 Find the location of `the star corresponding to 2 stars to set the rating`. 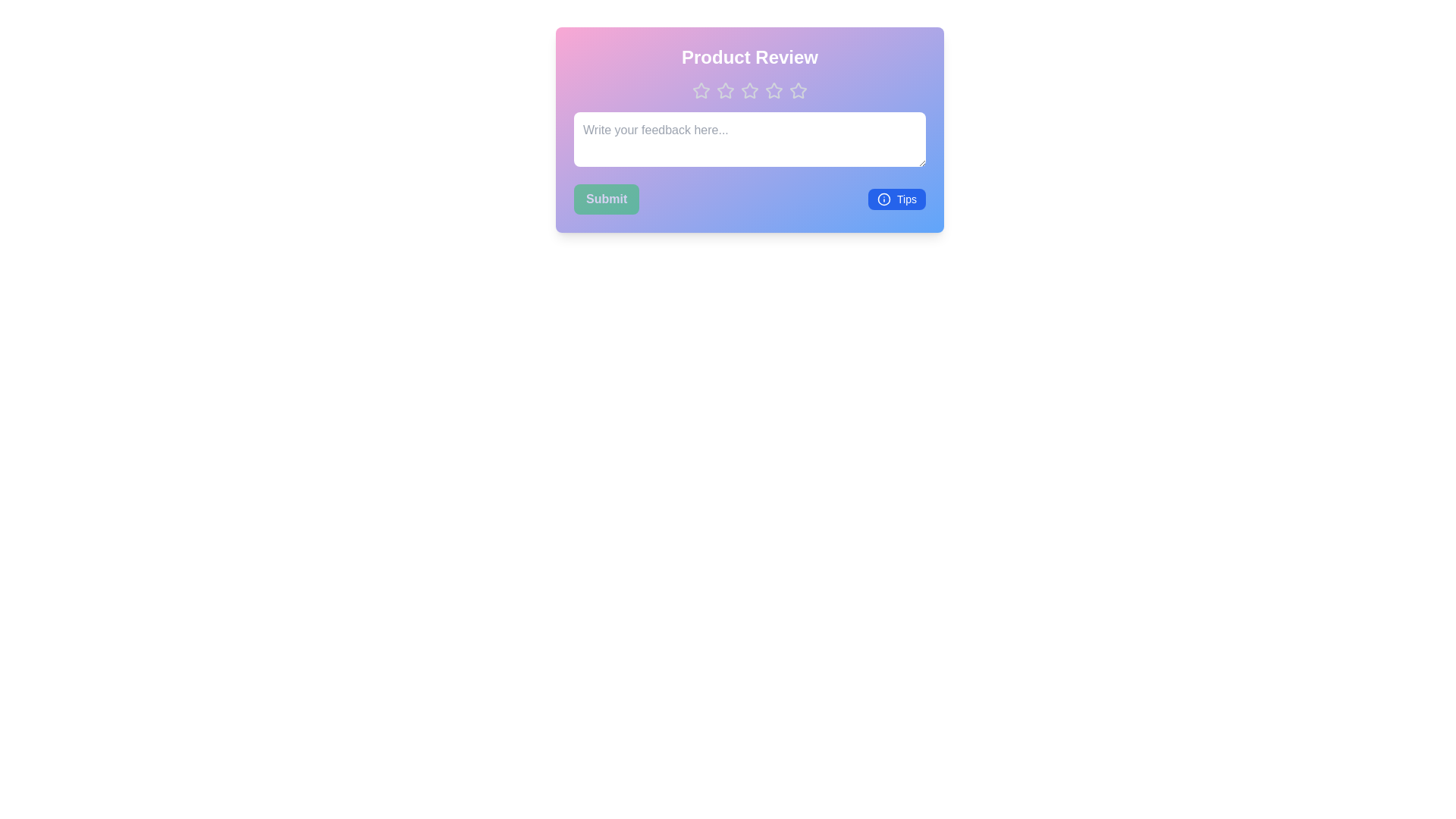

the star corresponding to 2 stars to set the rating is located at coordinates (724, 90).